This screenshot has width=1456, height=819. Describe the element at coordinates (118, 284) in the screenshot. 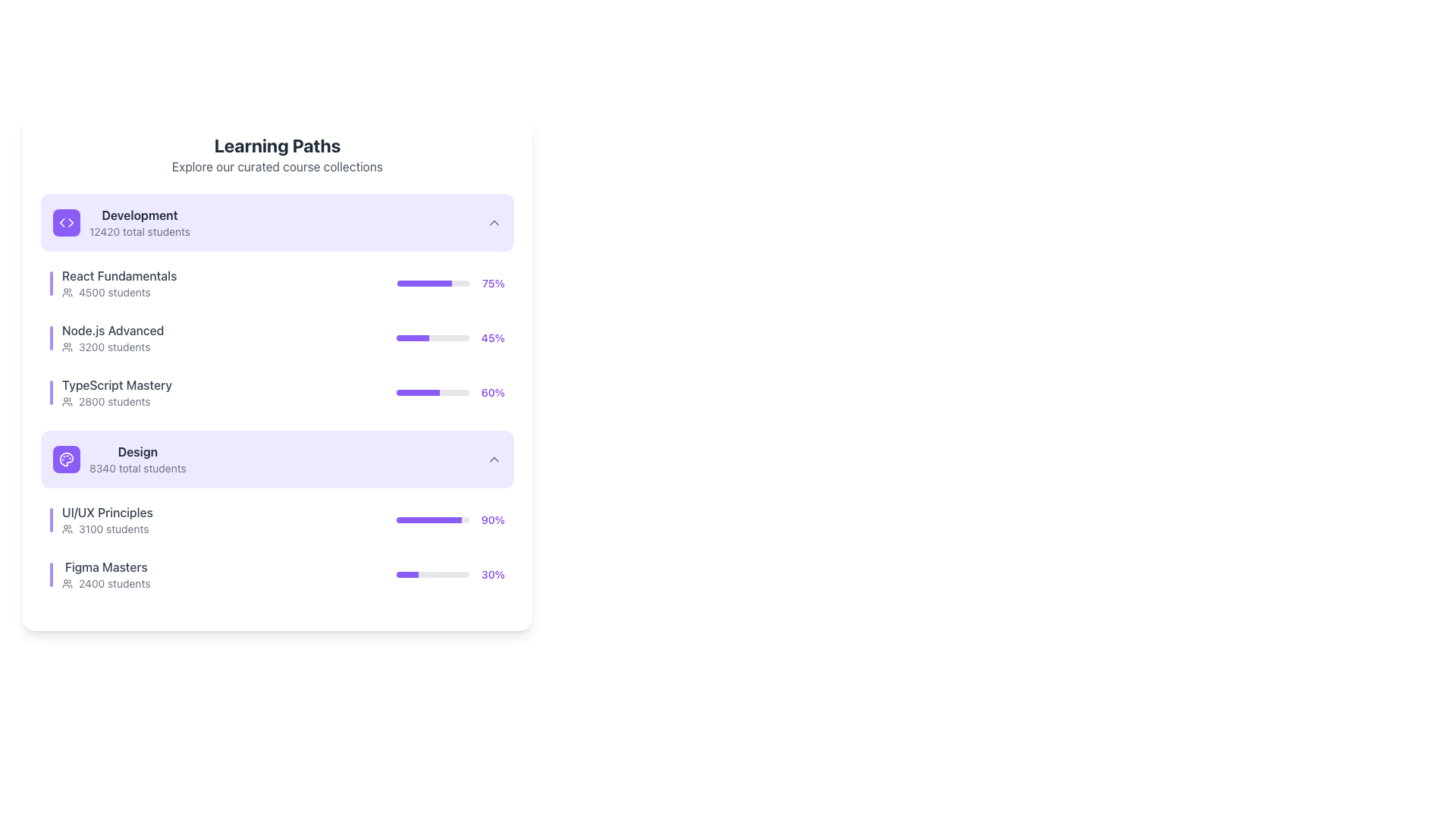

I see `the 'React Fundamentals' text label, which is the first entry in the list of courses under the 'Development' category` at that location.